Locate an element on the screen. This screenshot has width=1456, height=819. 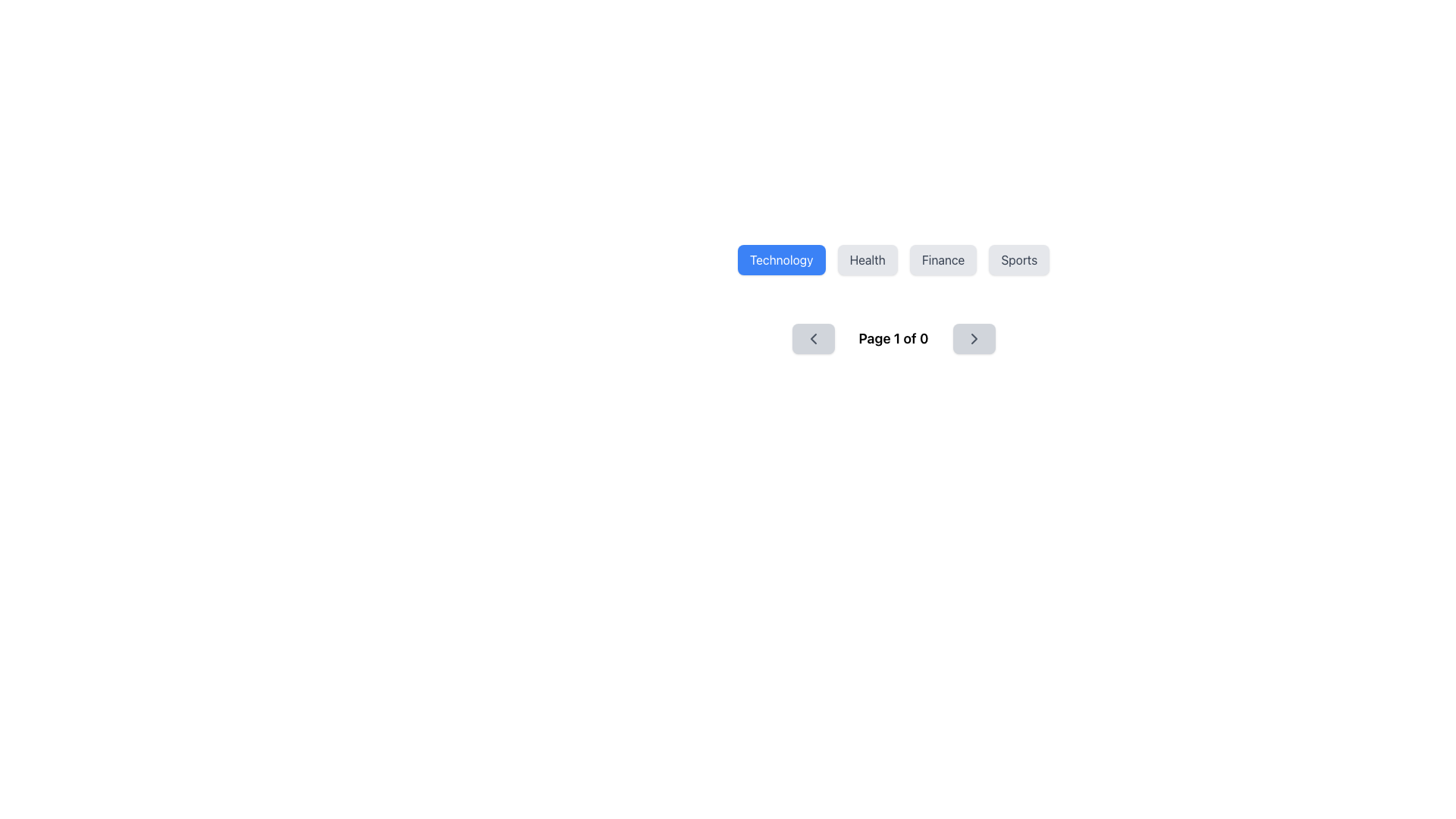
the 'Finance' button, which has a light gray background and rounded corners is located at coordinates (942, 259).